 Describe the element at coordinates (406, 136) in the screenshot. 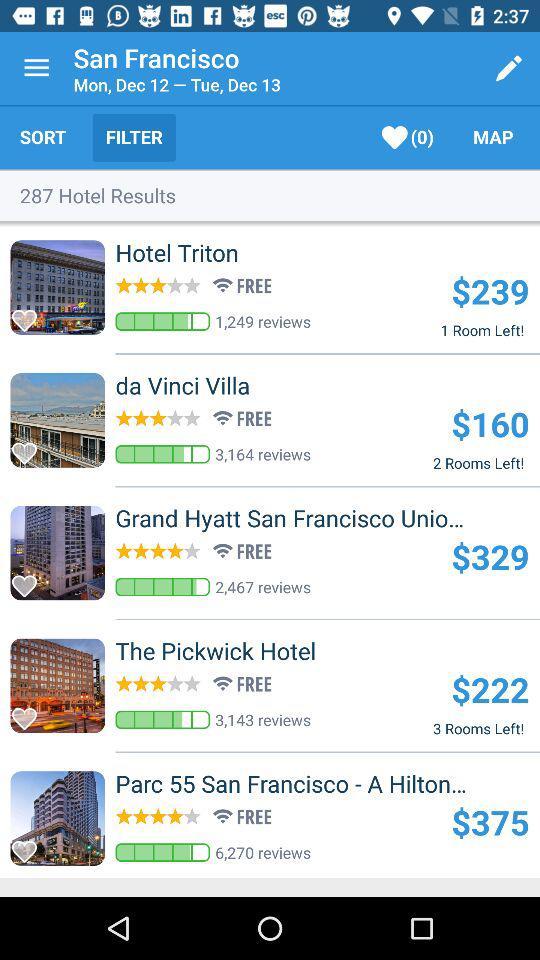

I see `item next to the filter item` at that location.